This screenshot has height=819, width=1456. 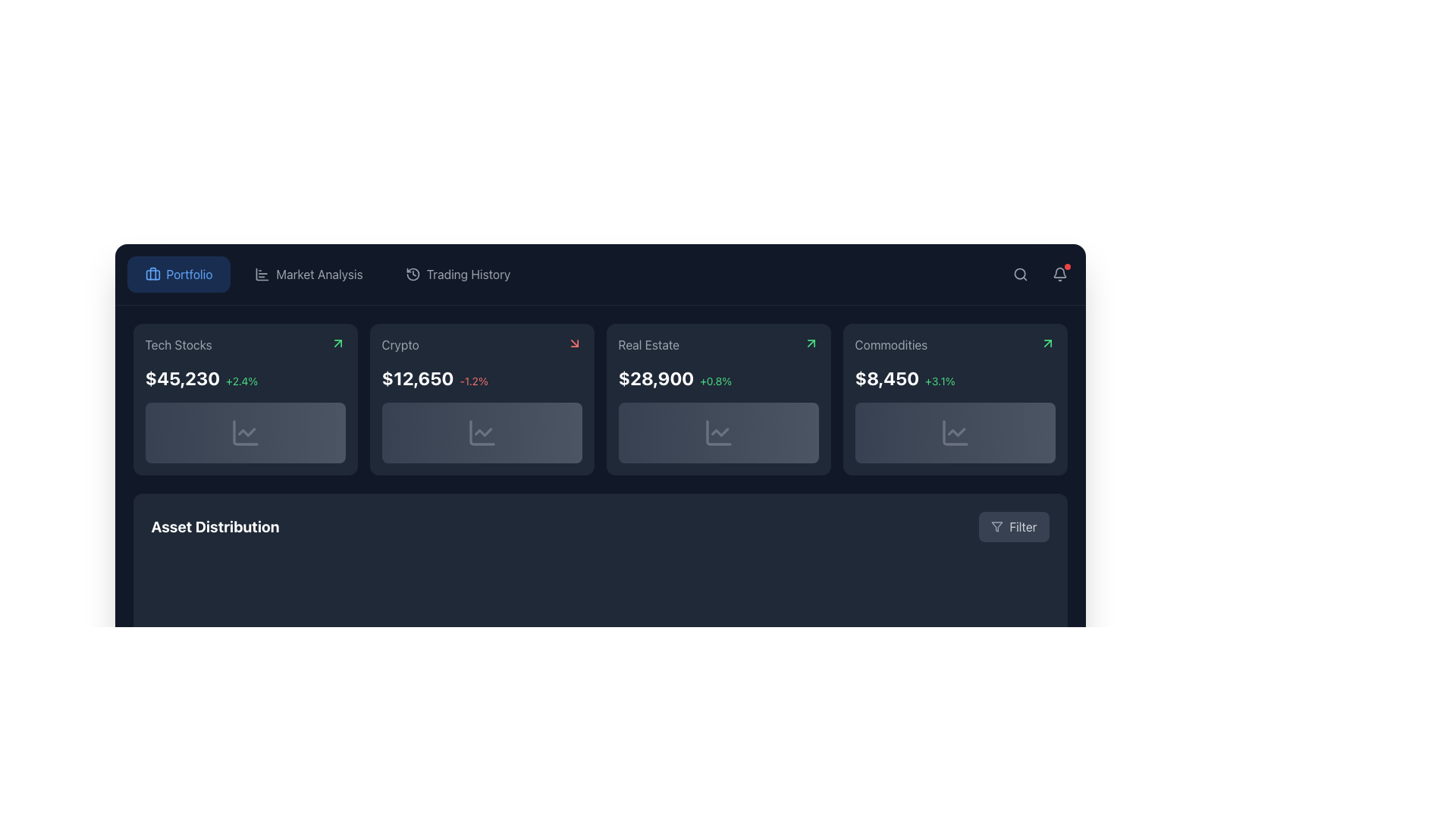 I want to click on the decorative icon representing 'Market Analysis' located to the left of the text in the top navigation bar, so click(x=262, y=275).